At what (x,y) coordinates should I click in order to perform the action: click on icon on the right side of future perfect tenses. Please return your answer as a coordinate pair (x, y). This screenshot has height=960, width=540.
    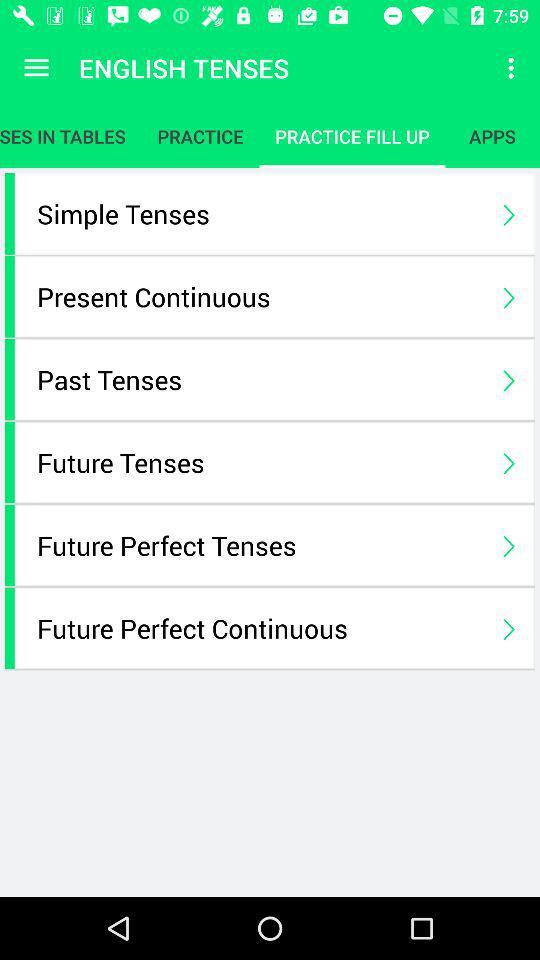
    Looking at the image, I should click on (508, 545).